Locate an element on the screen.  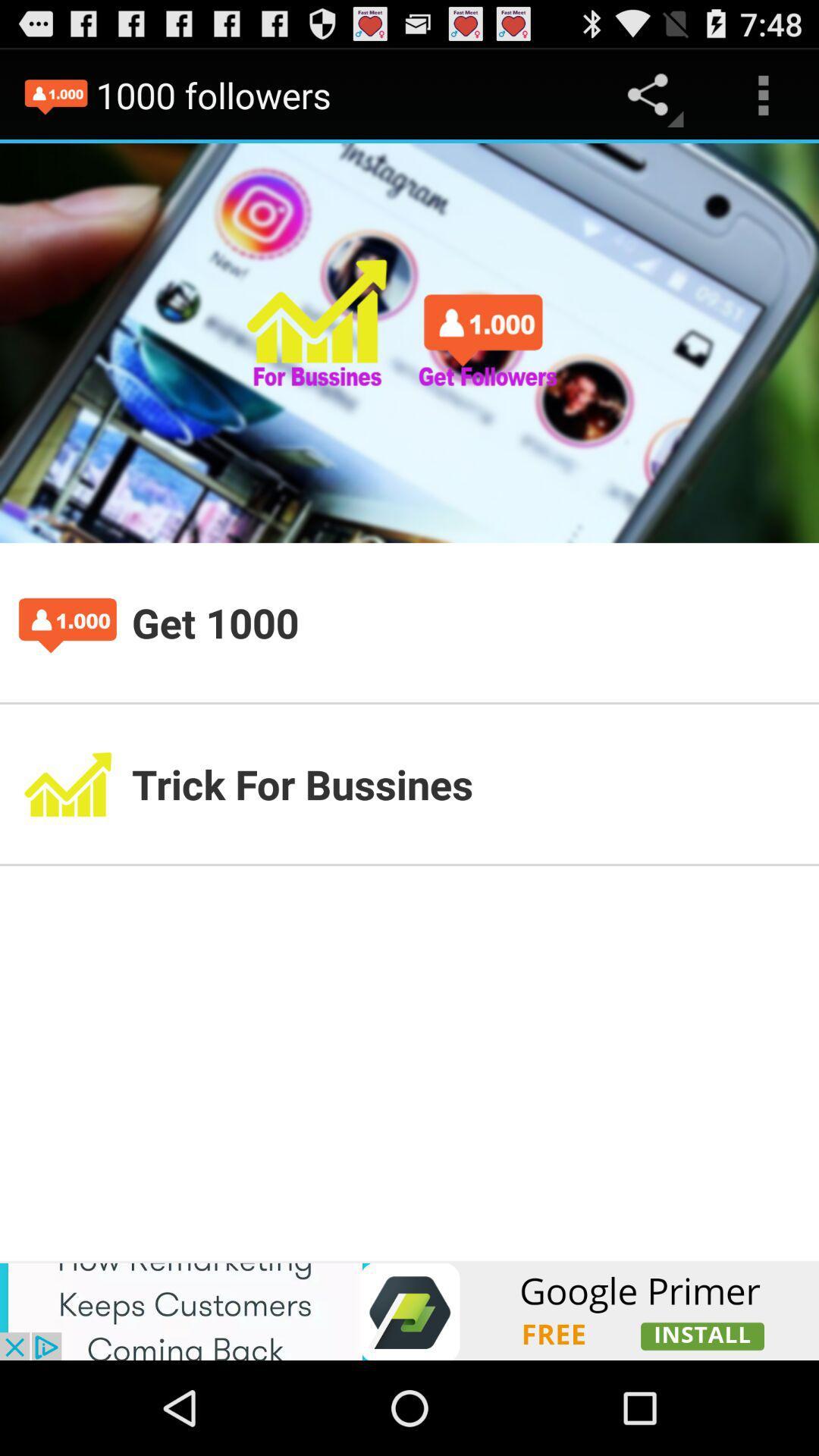
advertisement is located at coordinates (409, 1310).